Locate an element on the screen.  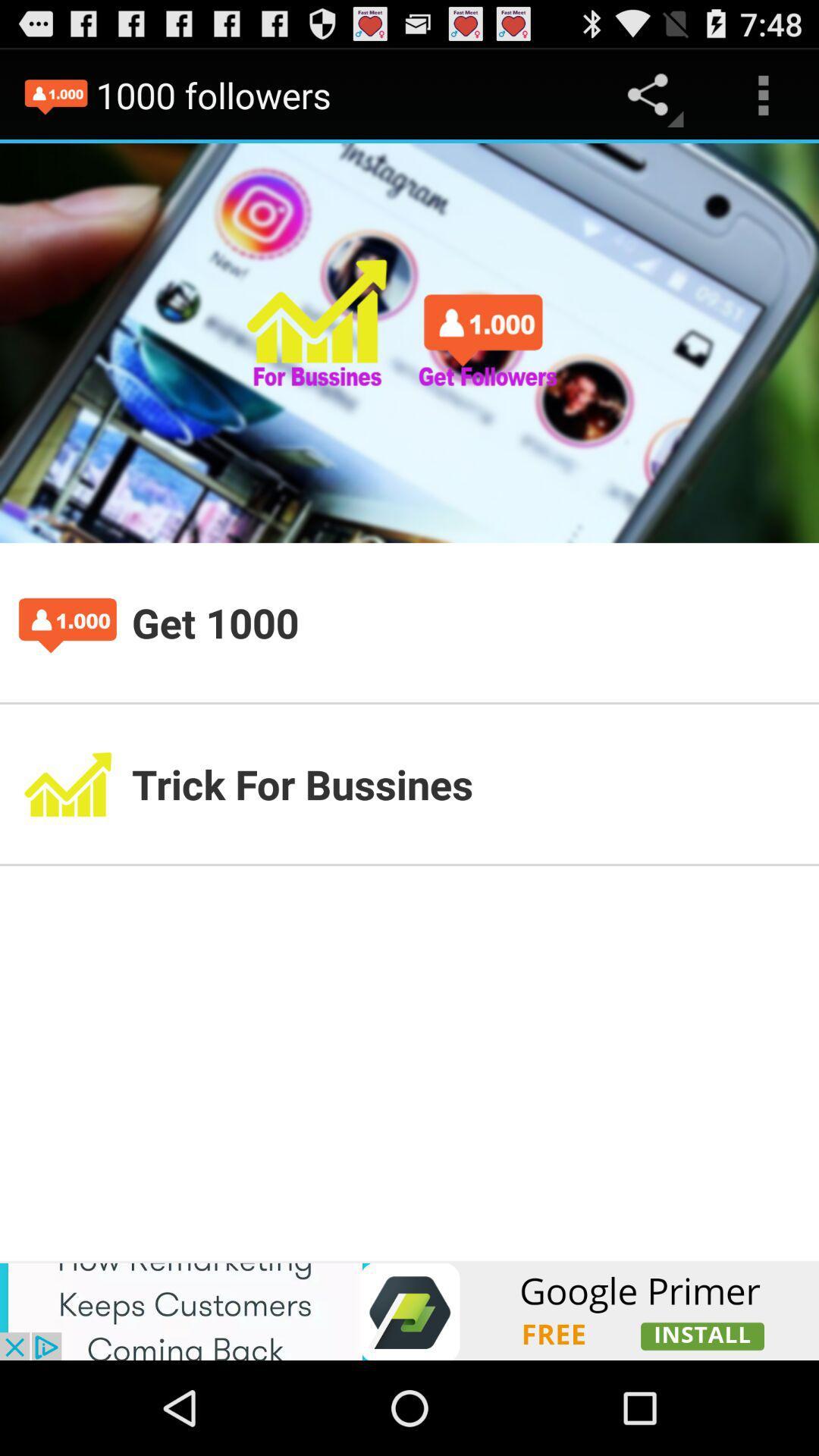
advertisement is located at coordinates (409, 1310).